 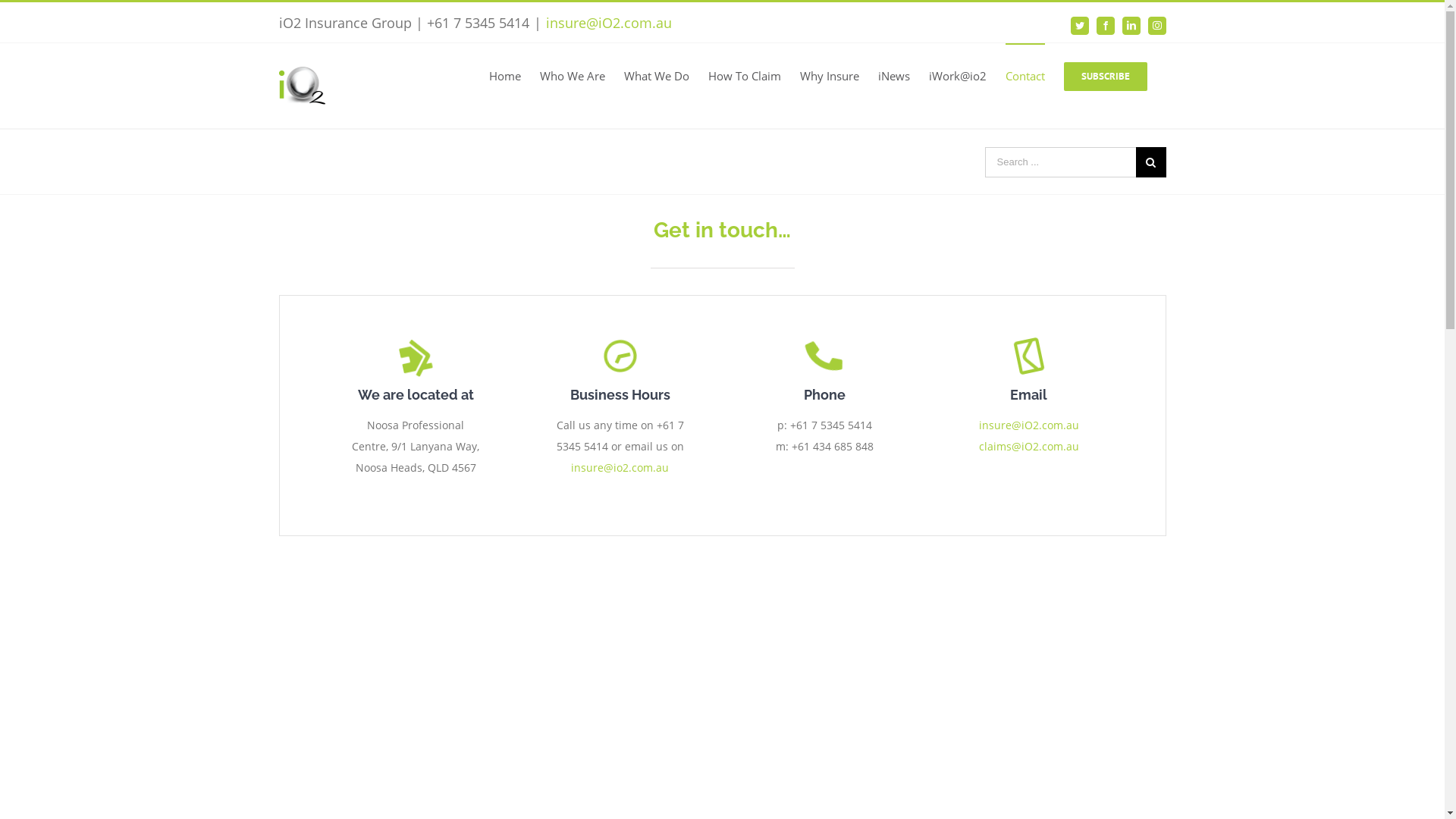 What do you see at coordinates (1029, 445) in the screenshot?
I see `'claims@iO2.com.au'` at bounding box center [1029, 445].